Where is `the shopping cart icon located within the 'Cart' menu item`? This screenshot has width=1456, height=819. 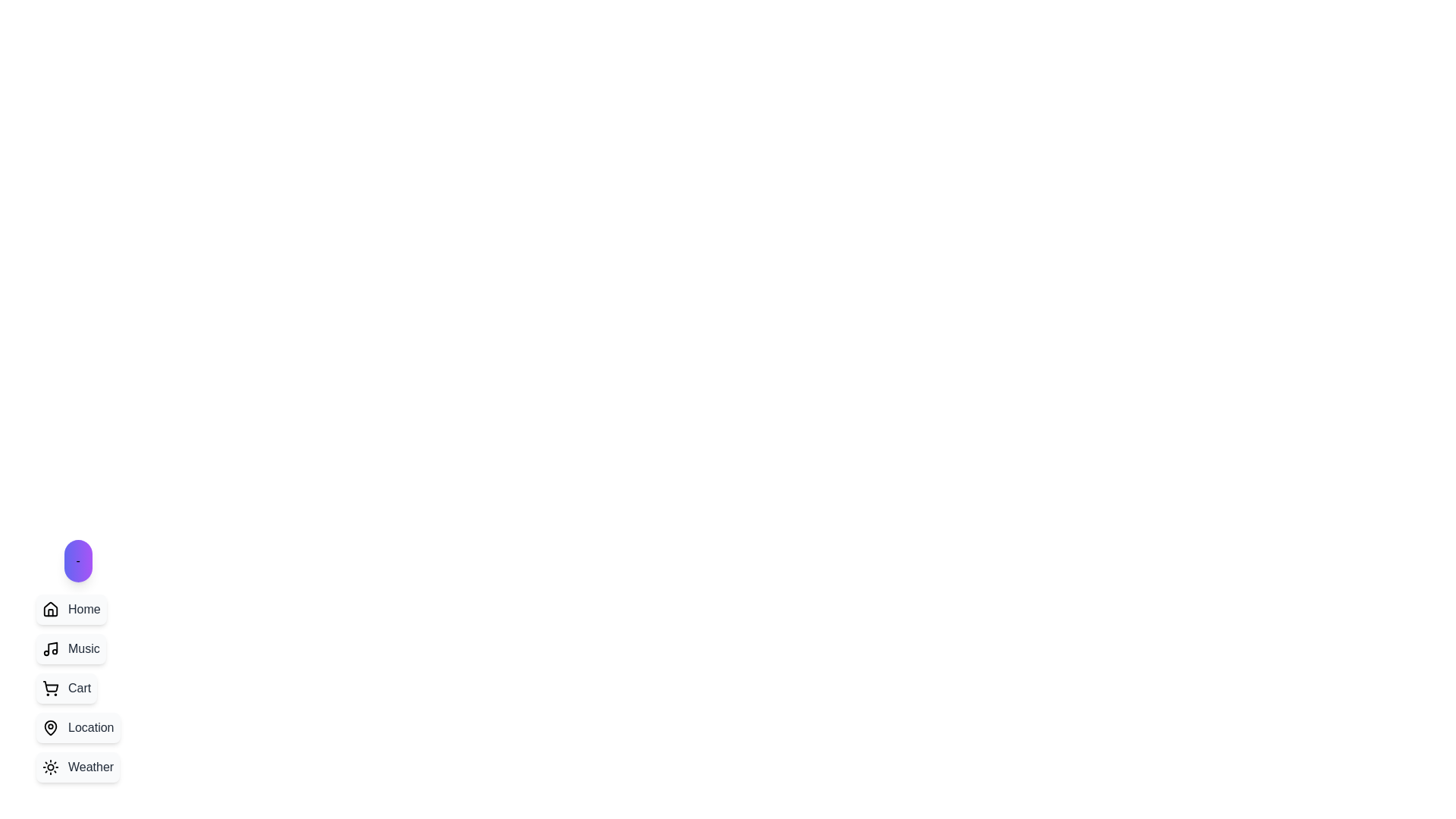 the shopping cart icon located within the 'Cart' menu item is located at coordinates (51, 688).